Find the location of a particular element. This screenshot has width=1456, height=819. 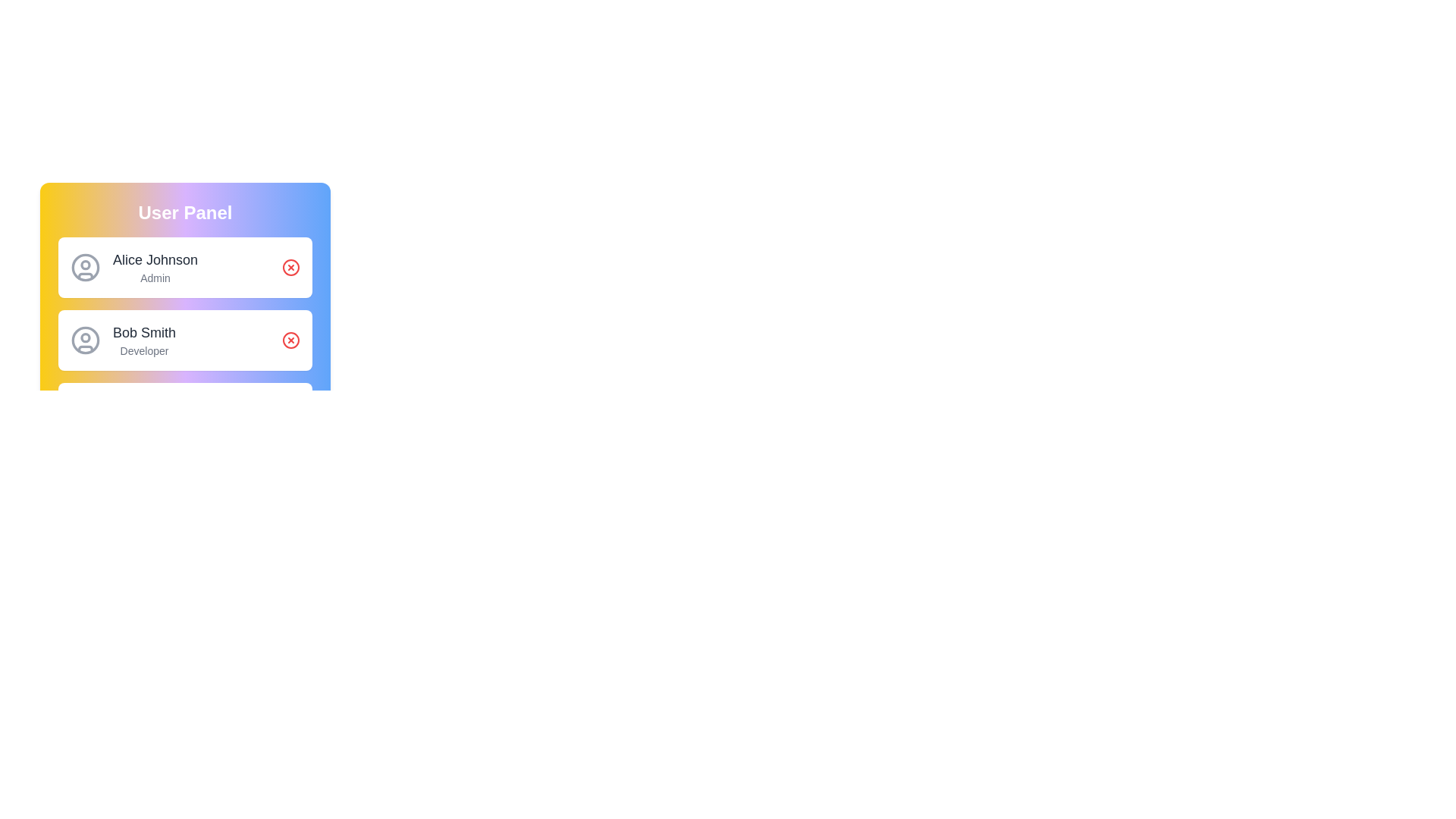

the non-interactive text label displaying the role 'Developer' located below 'Bob Smith' in the User Panel section is located at coordinates (144, 350).